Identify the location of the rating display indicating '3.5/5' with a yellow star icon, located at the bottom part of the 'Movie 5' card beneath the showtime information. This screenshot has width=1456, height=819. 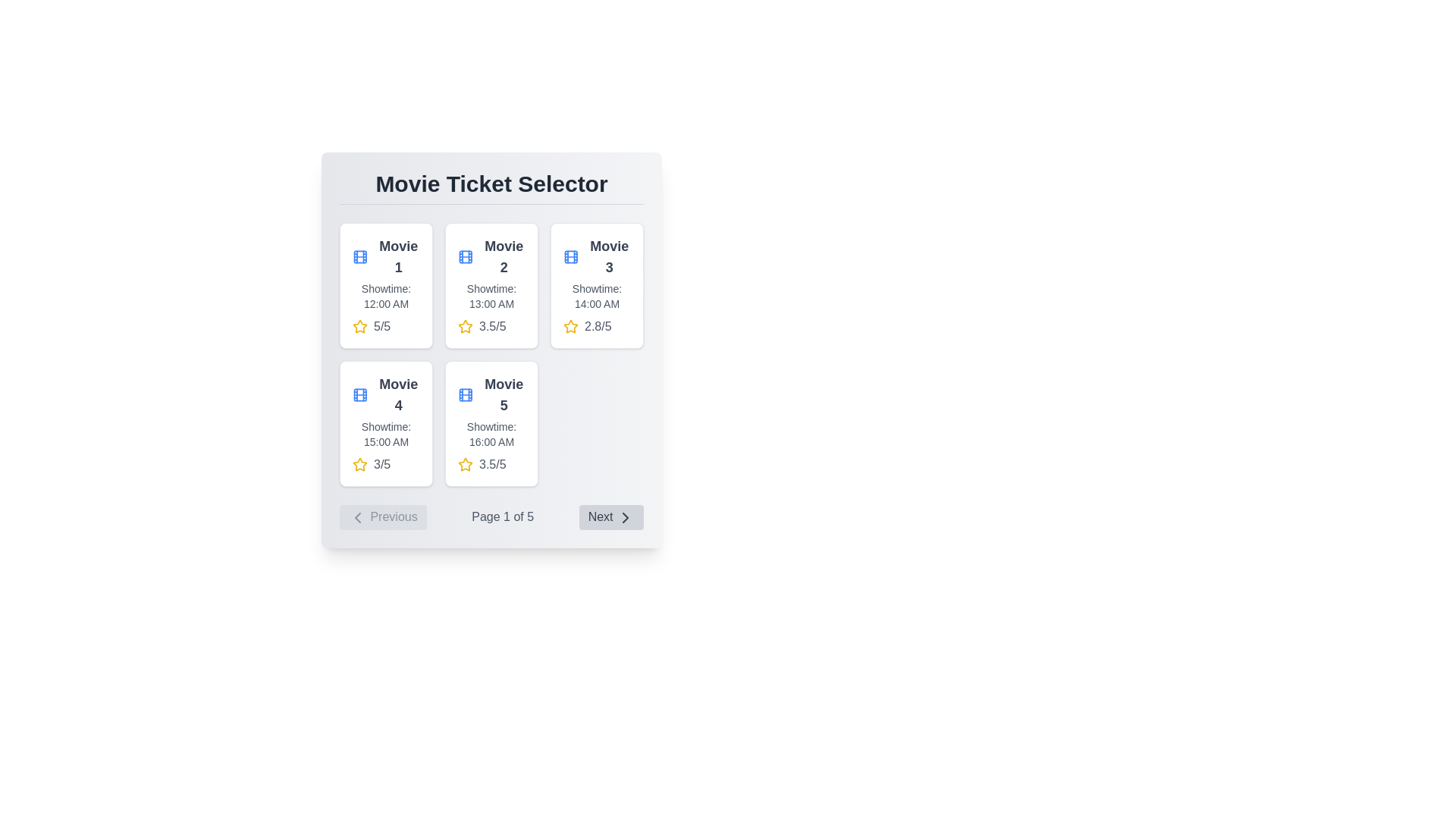
(491, 464).